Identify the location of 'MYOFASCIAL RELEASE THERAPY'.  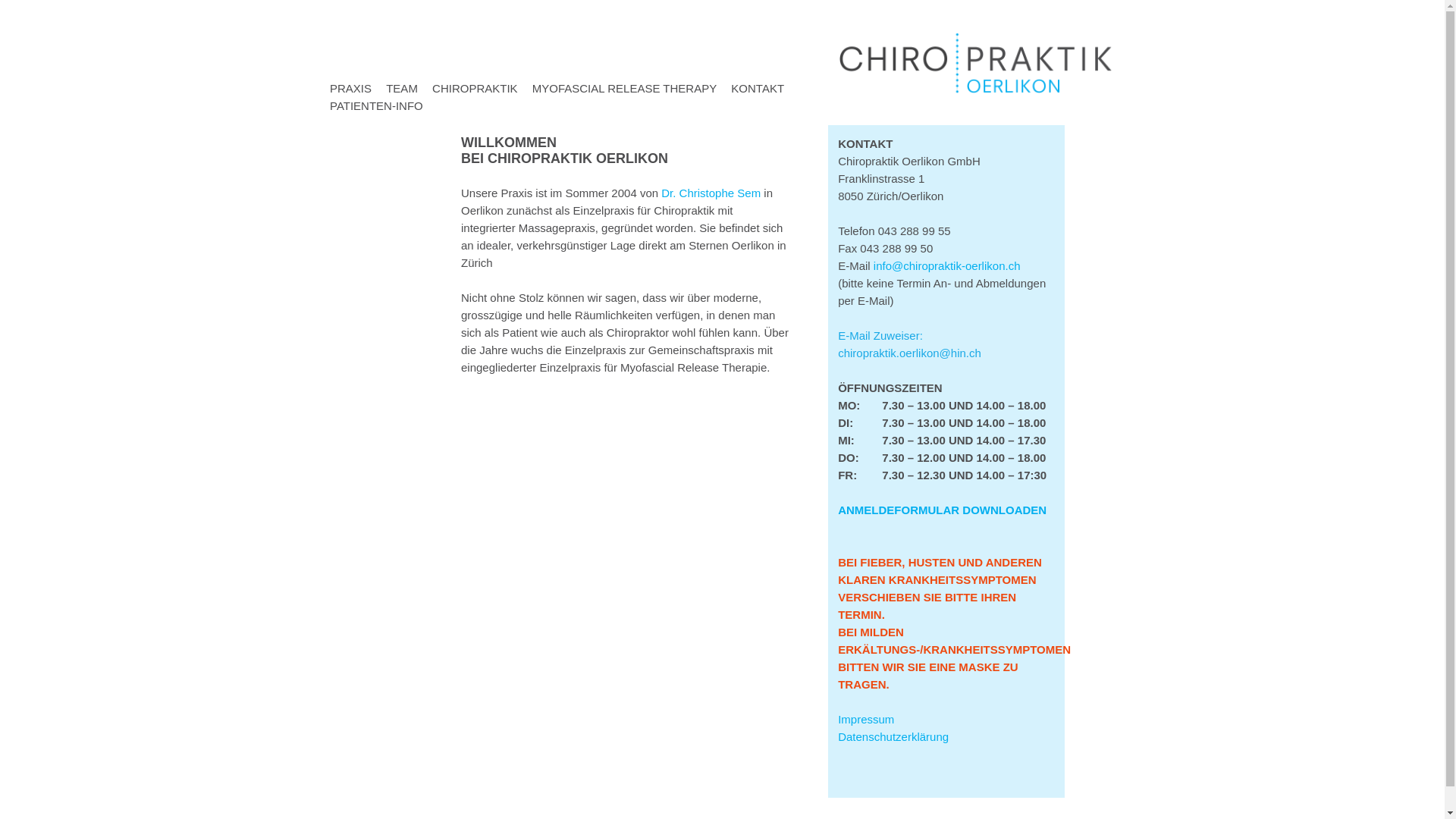
(624, 88).